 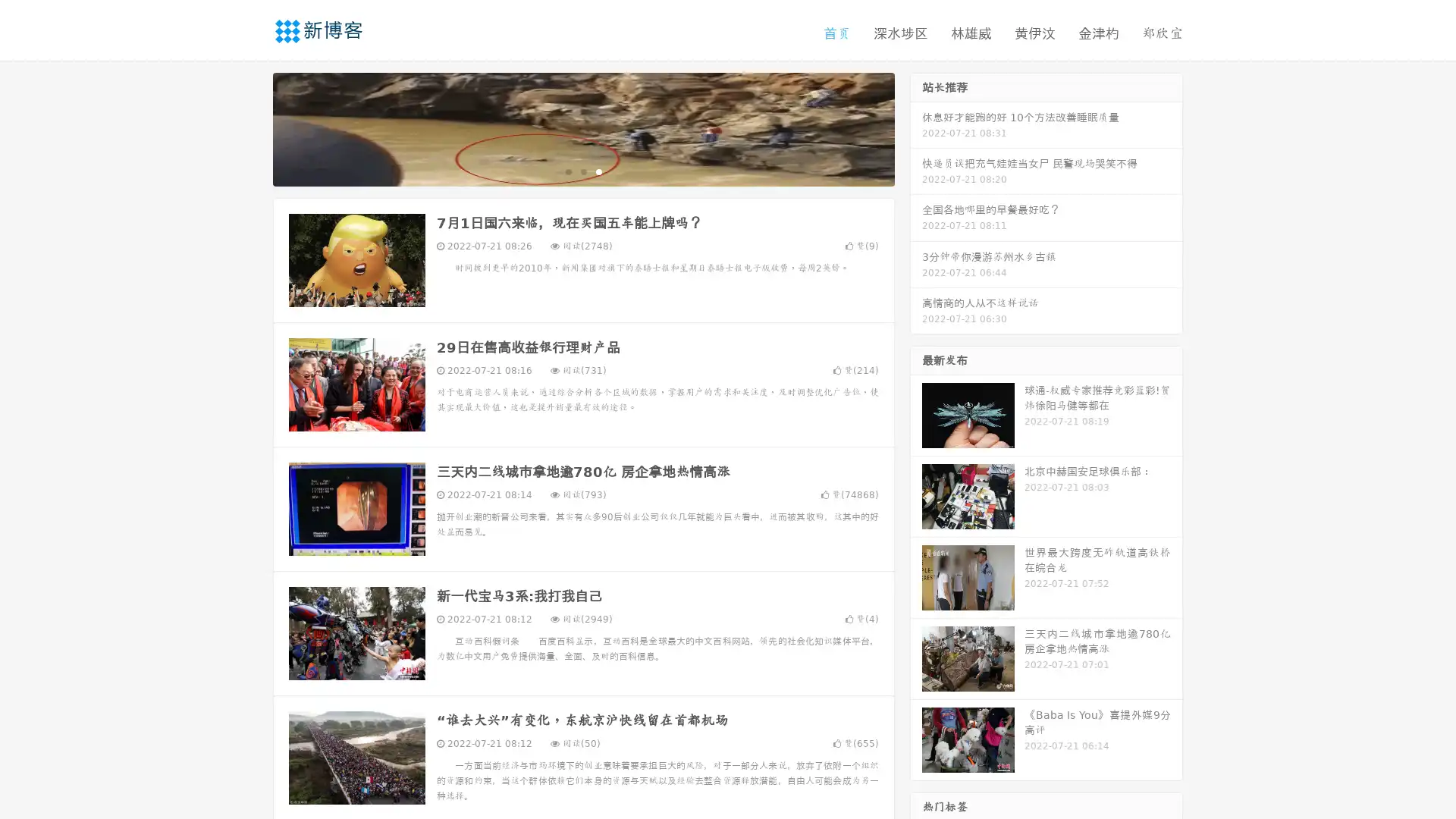 I want to click on Next slide, so click(x=916, y=127).